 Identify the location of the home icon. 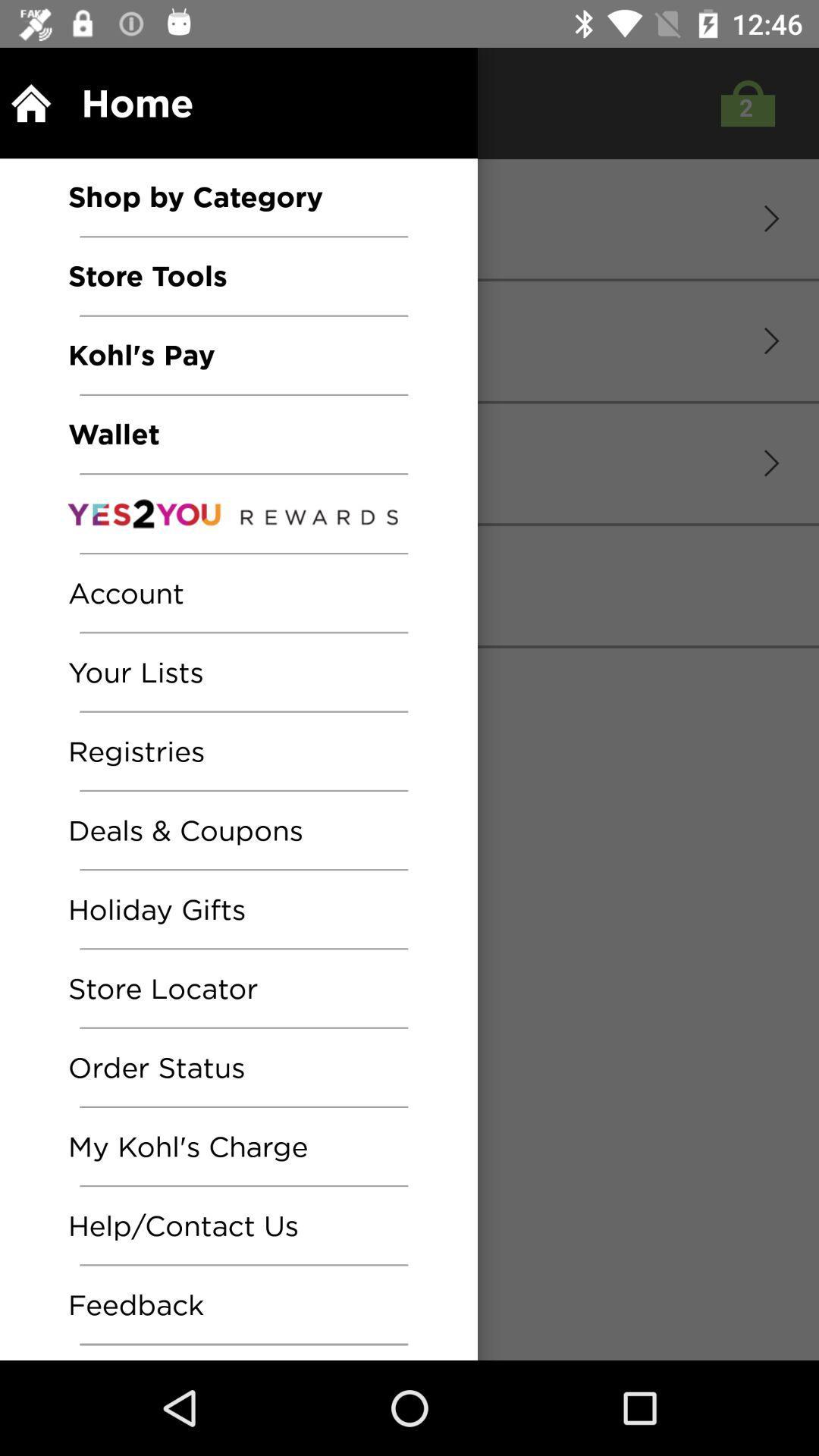
(55, 102).